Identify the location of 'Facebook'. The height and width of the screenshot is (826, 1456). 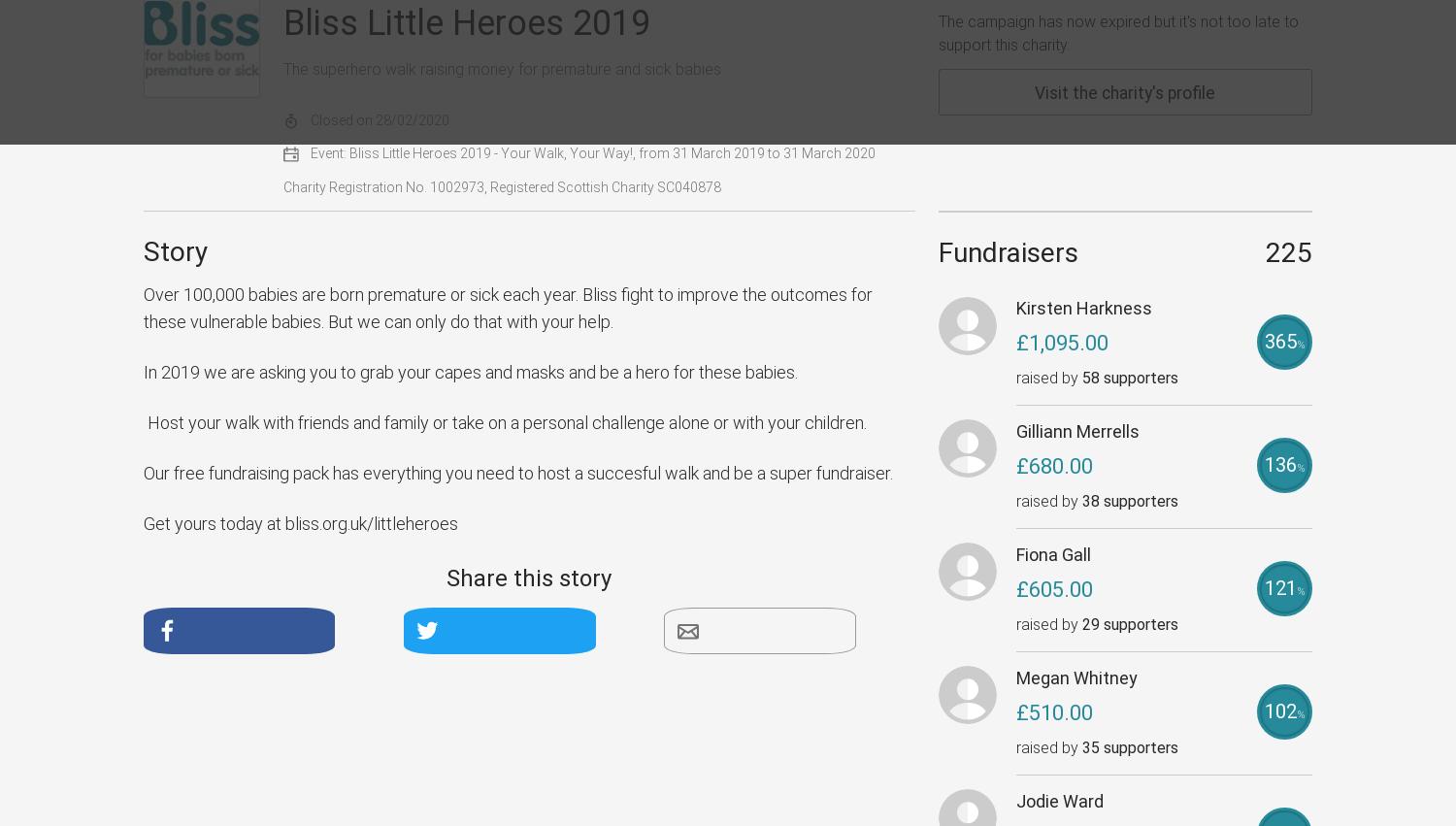
(269, 629).